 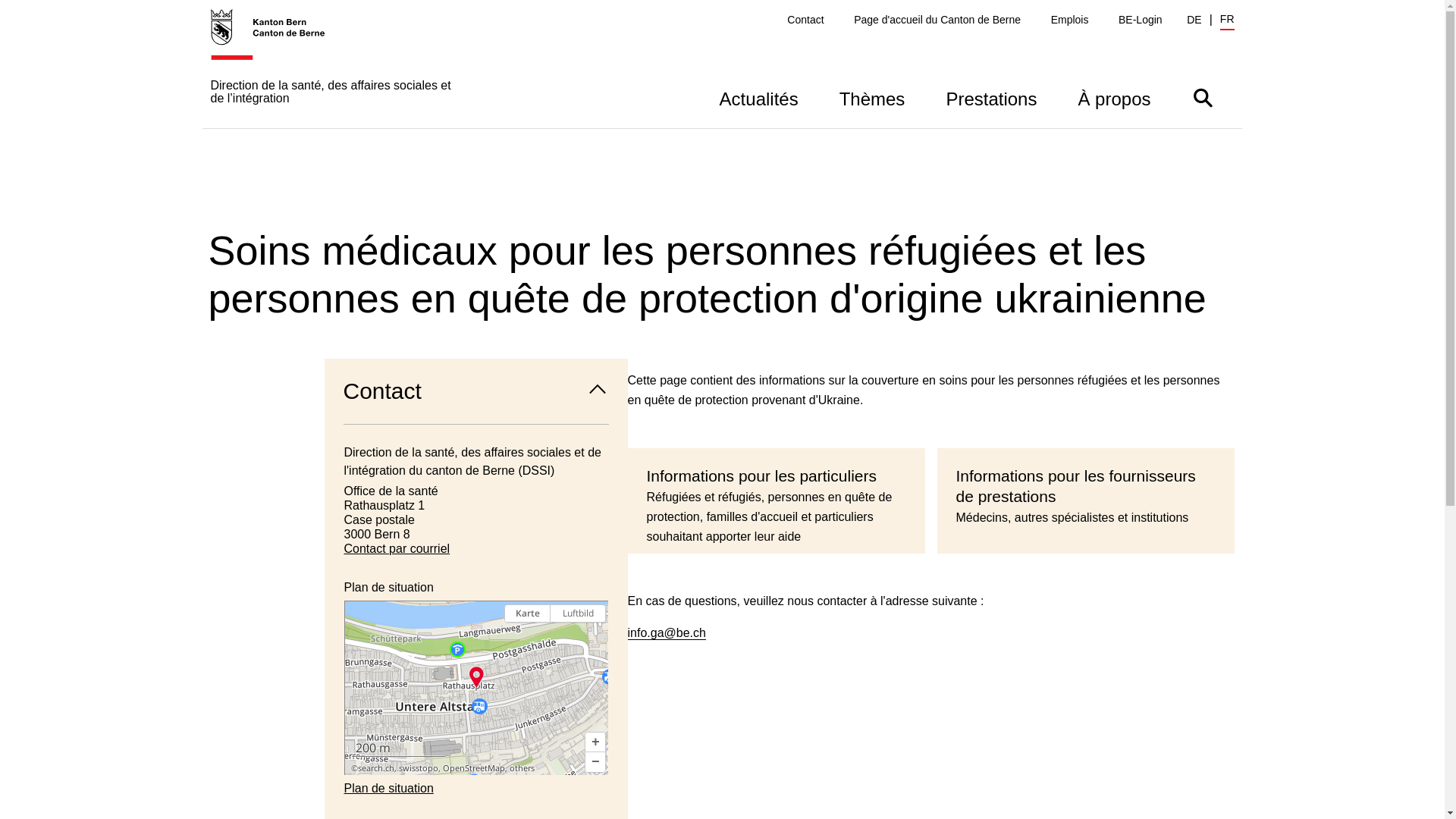 I want to click on 'Plan de situation', so click(x=475, y=787).